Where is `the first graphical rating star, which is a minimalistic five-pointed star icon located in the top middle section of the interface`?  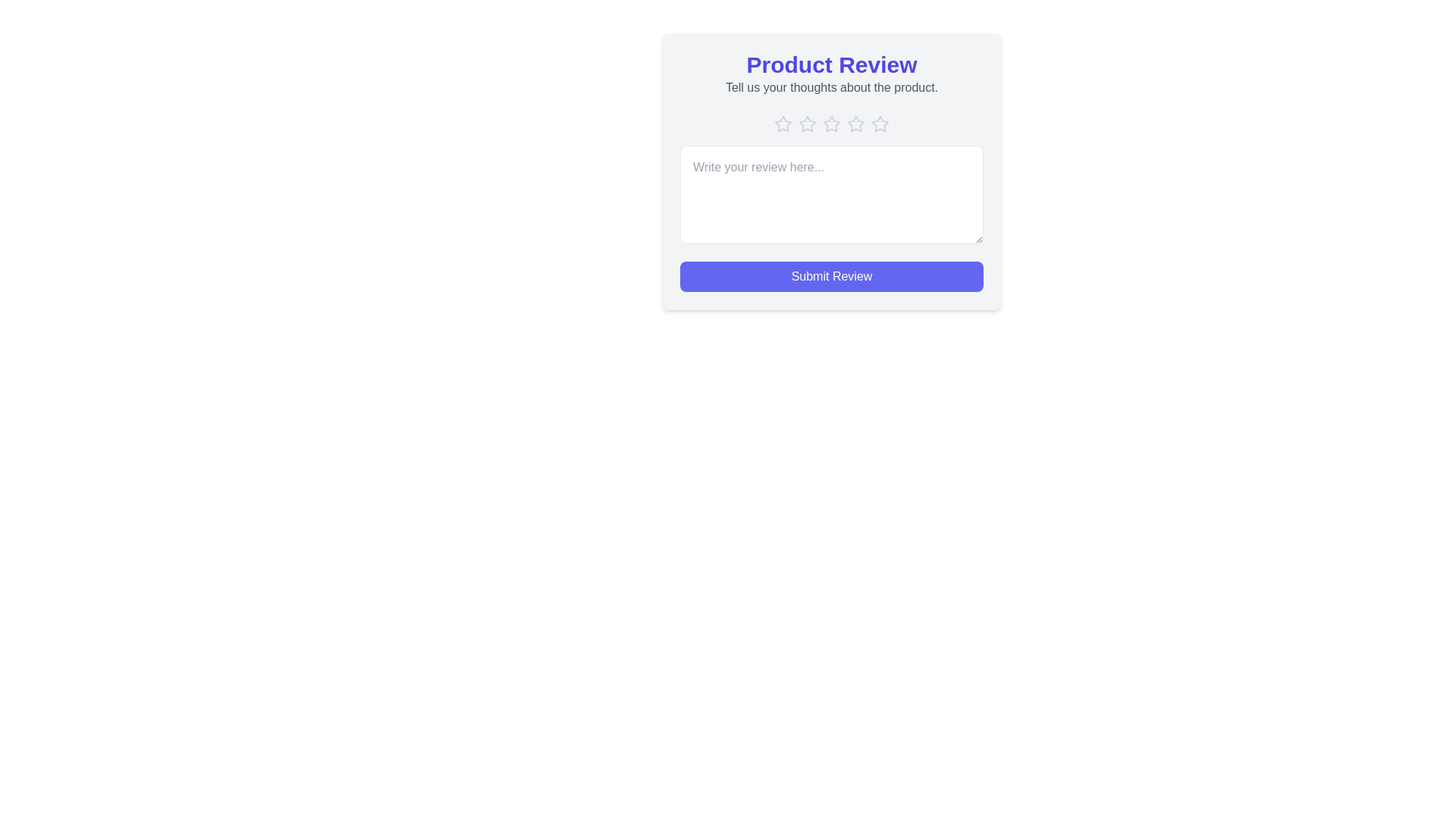
the first graphical rating star, which is a minimalistic five-pointed star icon located in the top middle section of the interface is located at coordinates (783, 123).